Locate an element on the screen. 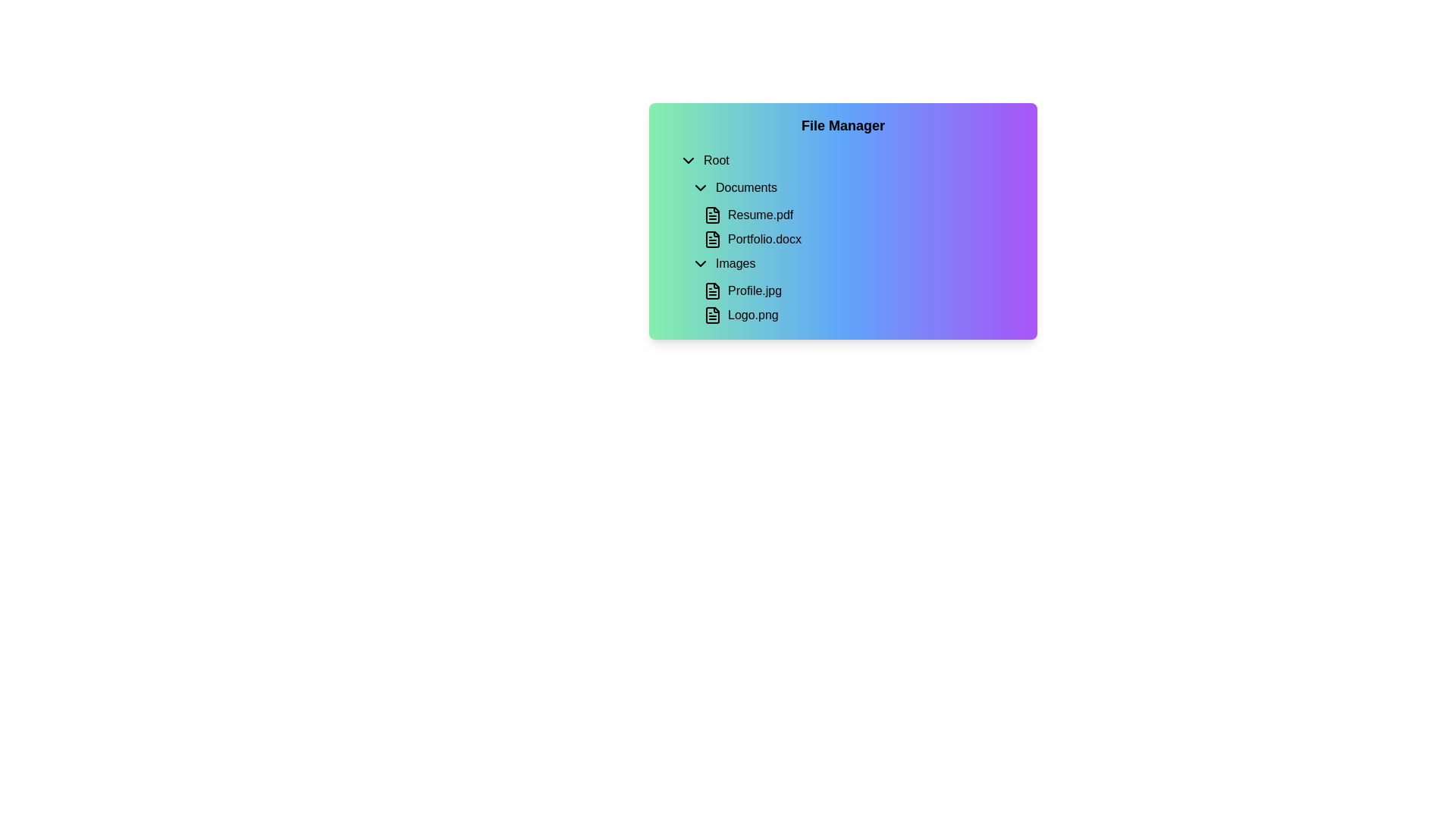 This screenshot has width=1456, height=819. the text label representing the selectable file 'Resume.pdf' is located at coordinates (761, 215).